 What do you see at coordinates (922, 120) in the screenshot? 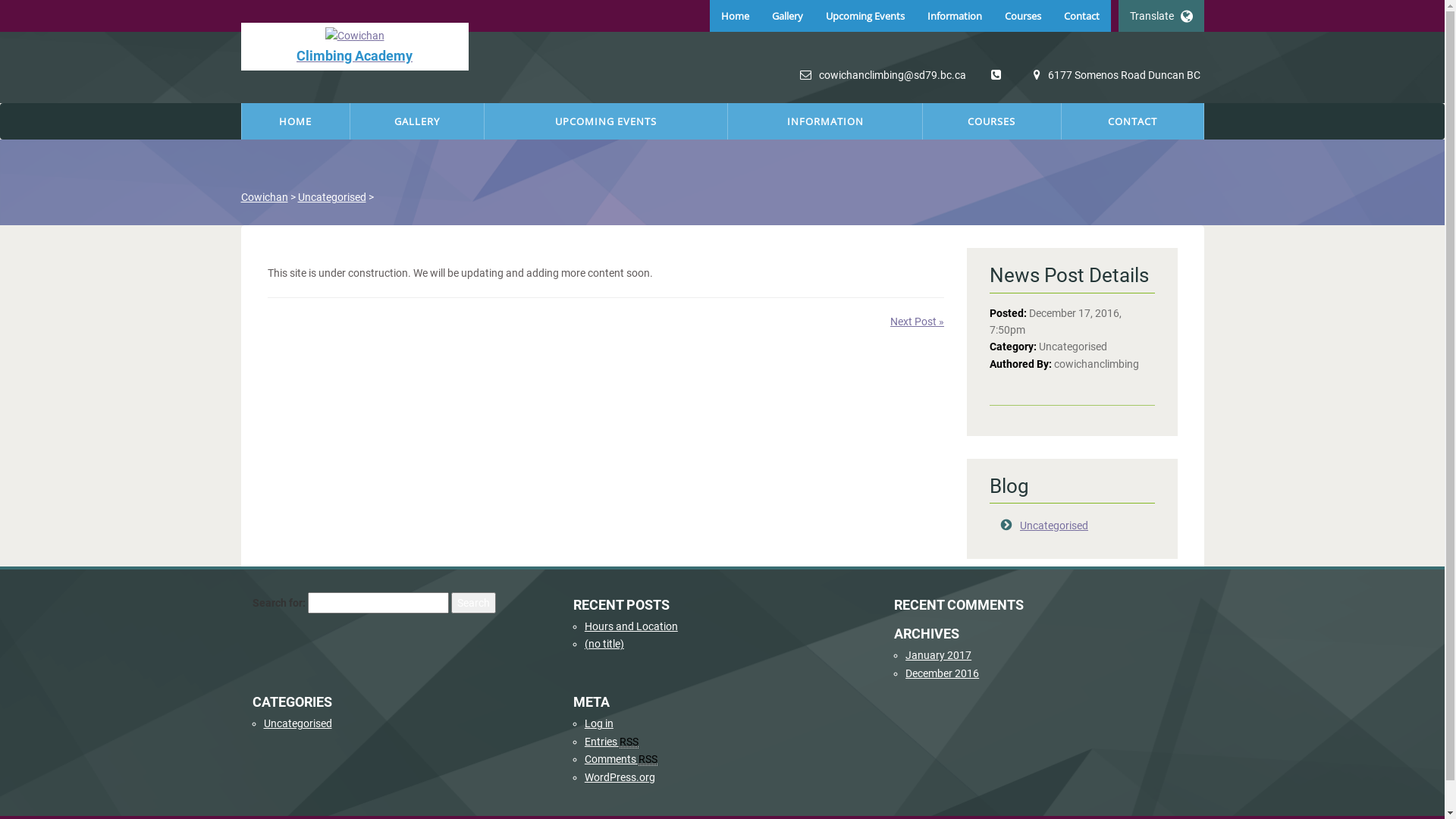
I see `'COURSES'` at bounding box center [922, 120].